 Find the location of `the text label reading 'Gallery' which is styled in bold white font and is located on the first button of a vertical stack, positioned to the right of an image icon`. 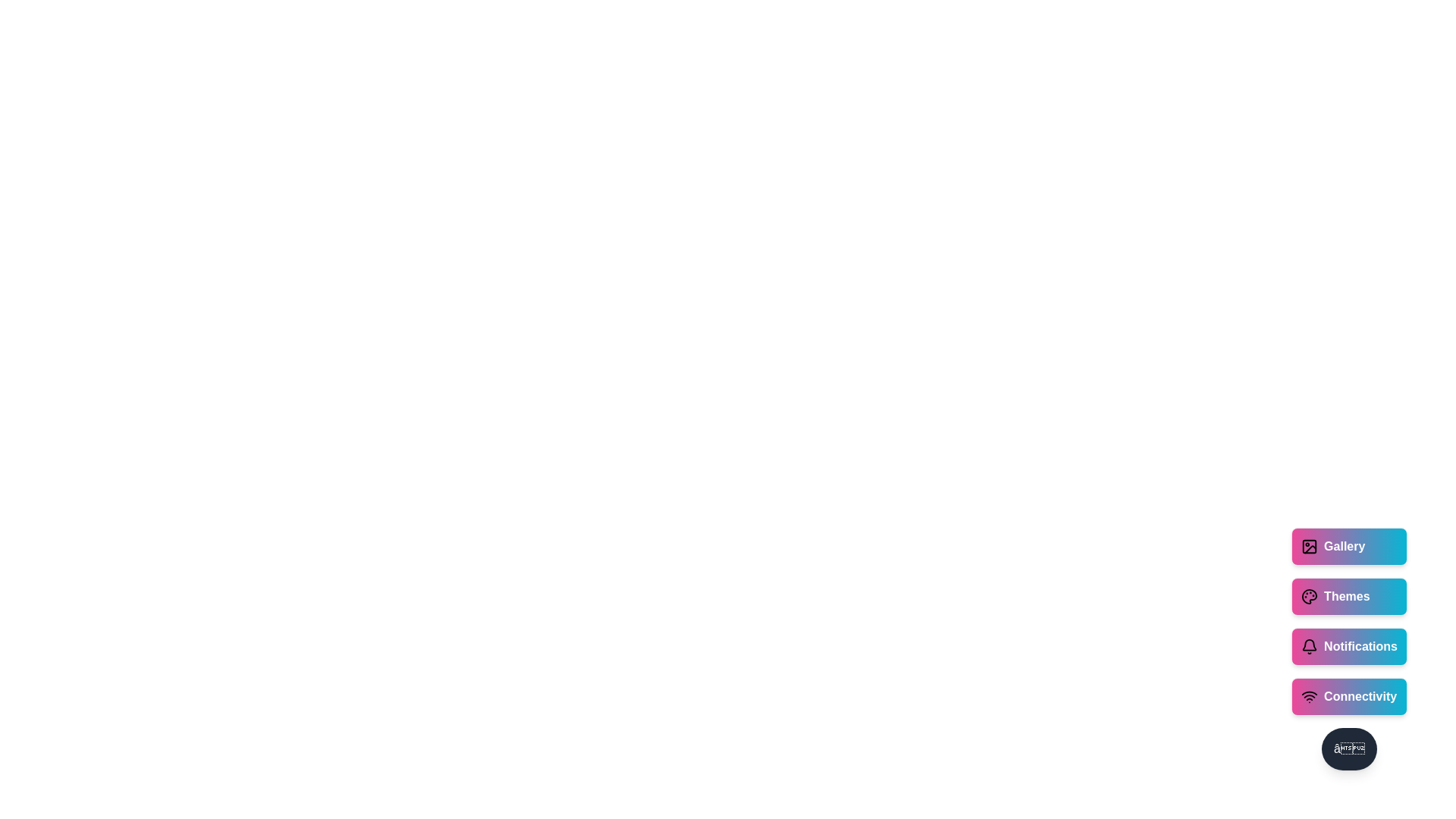

the text label reading 'Gallery' which is styled in bold white font and is located on the first button of a vertical stack, positioned to the right of an image icon is located at coordinates (1345, 547).